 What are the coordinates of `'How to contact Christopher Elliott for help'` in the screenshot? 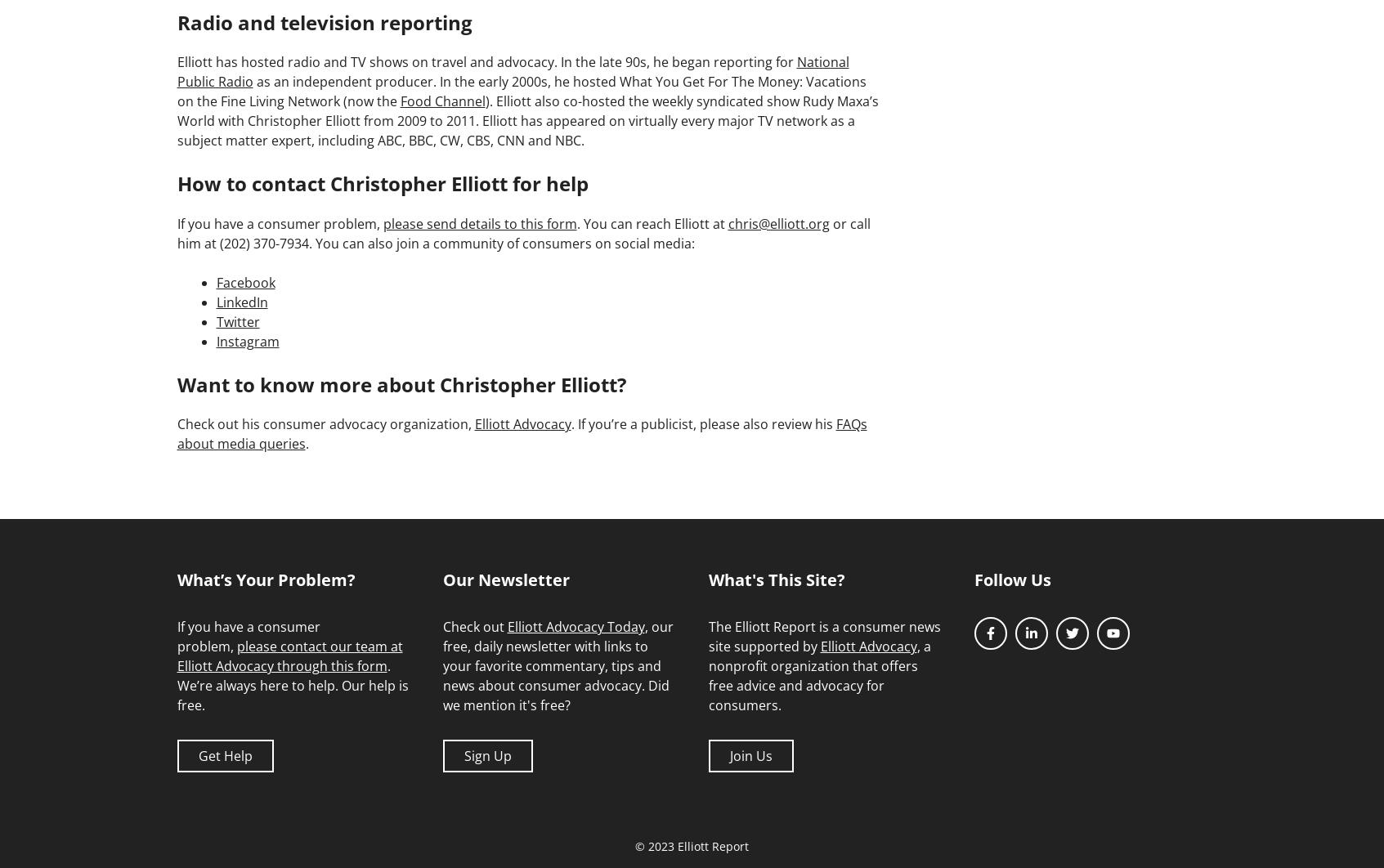 It's located at (177, 183).